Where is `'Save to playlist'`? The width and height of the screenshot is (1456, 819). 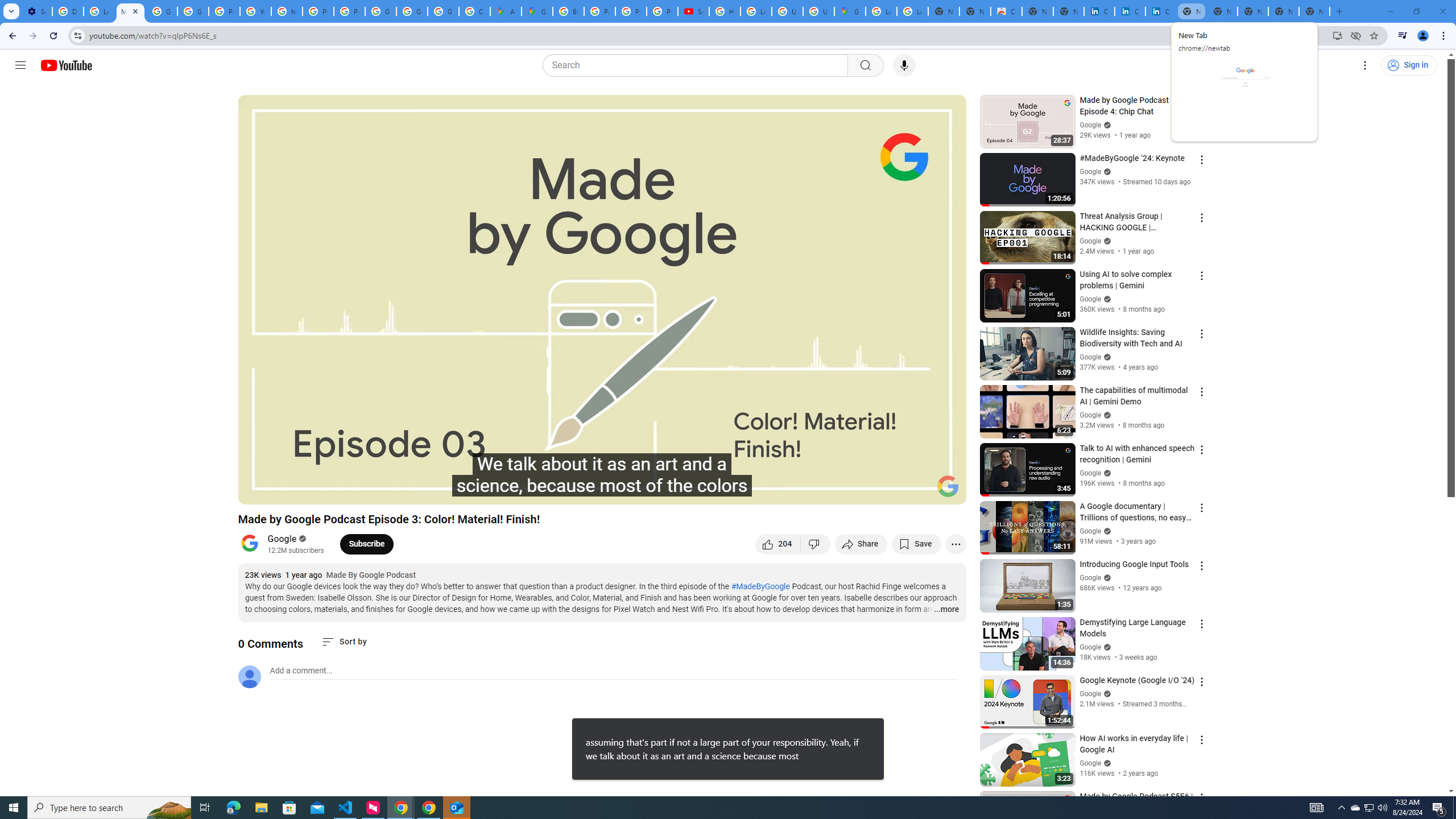 'Save to playlist' is located at coordinates (916, 543).